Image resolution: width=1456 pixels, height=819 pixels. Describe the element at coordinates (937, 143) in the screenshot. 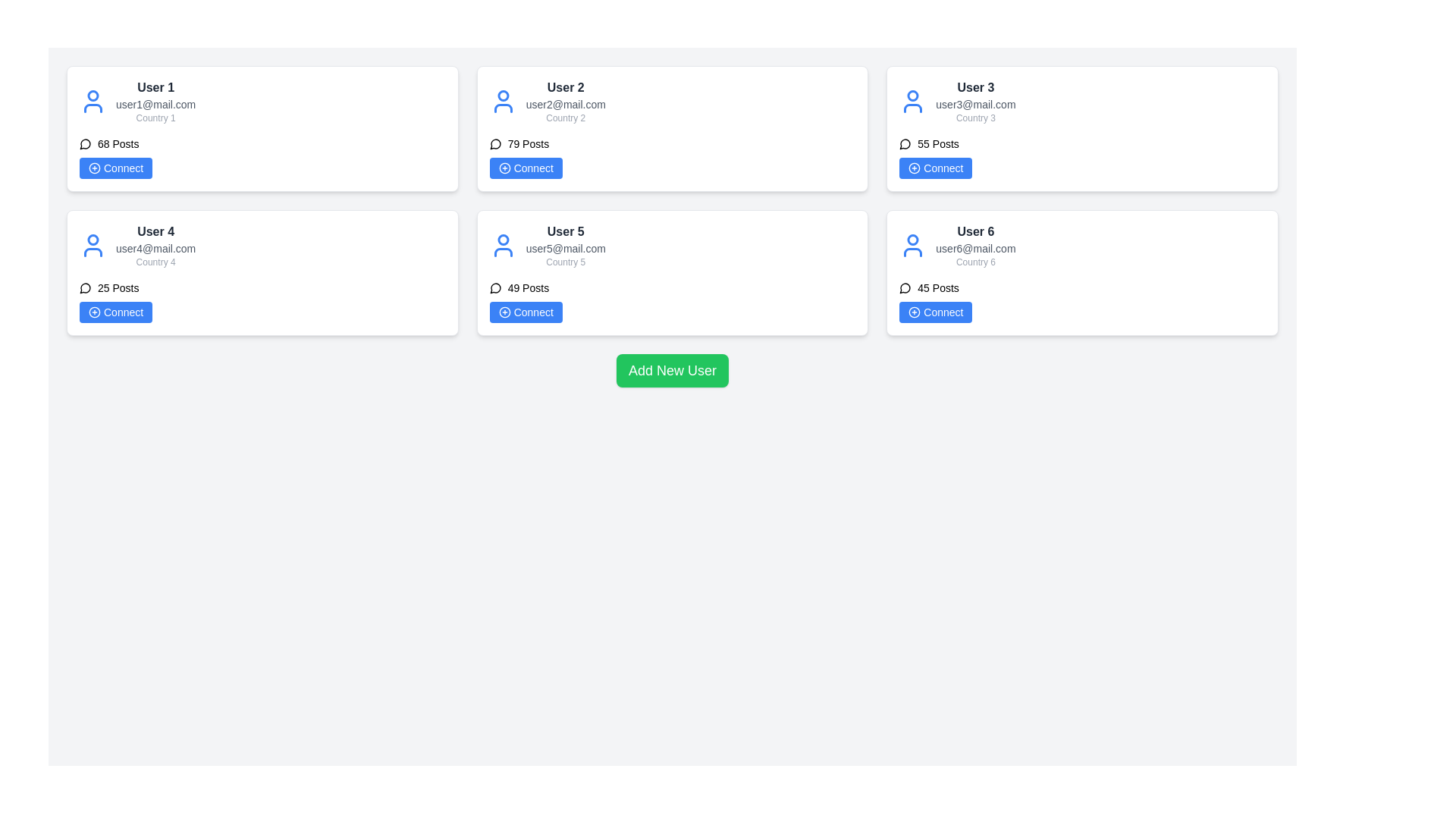

I see `the static text label displaying '55 Posts' located beneath the 'User 3' title and above the blue 'Connect' button in the top-right card of the grid layout` at that location.